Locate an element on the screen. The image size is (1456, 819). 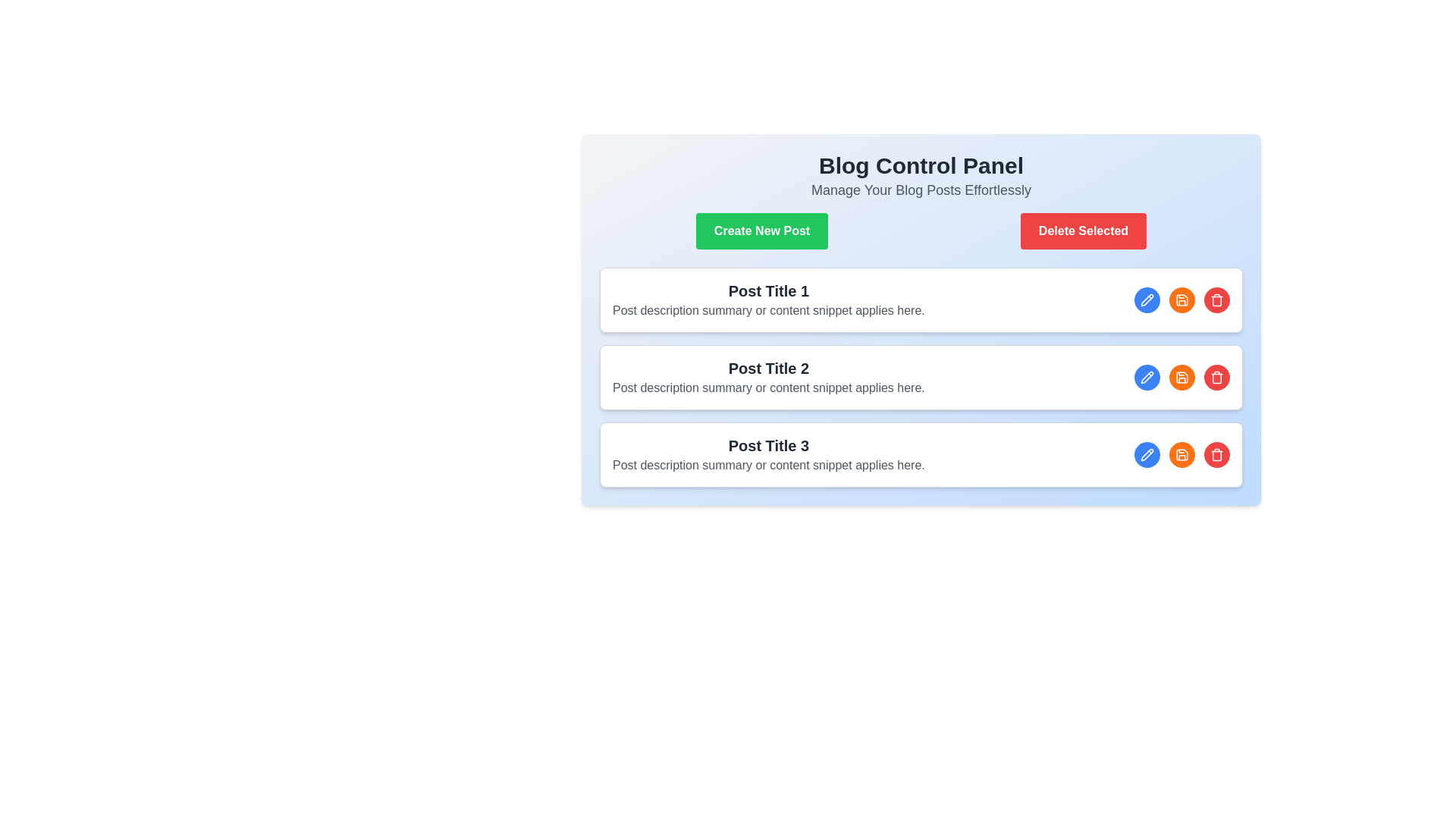
the text content area displaying a heading and a supporting description, which is the second entry in a vertical list of three similar cards is located at coordinates (768, 376).